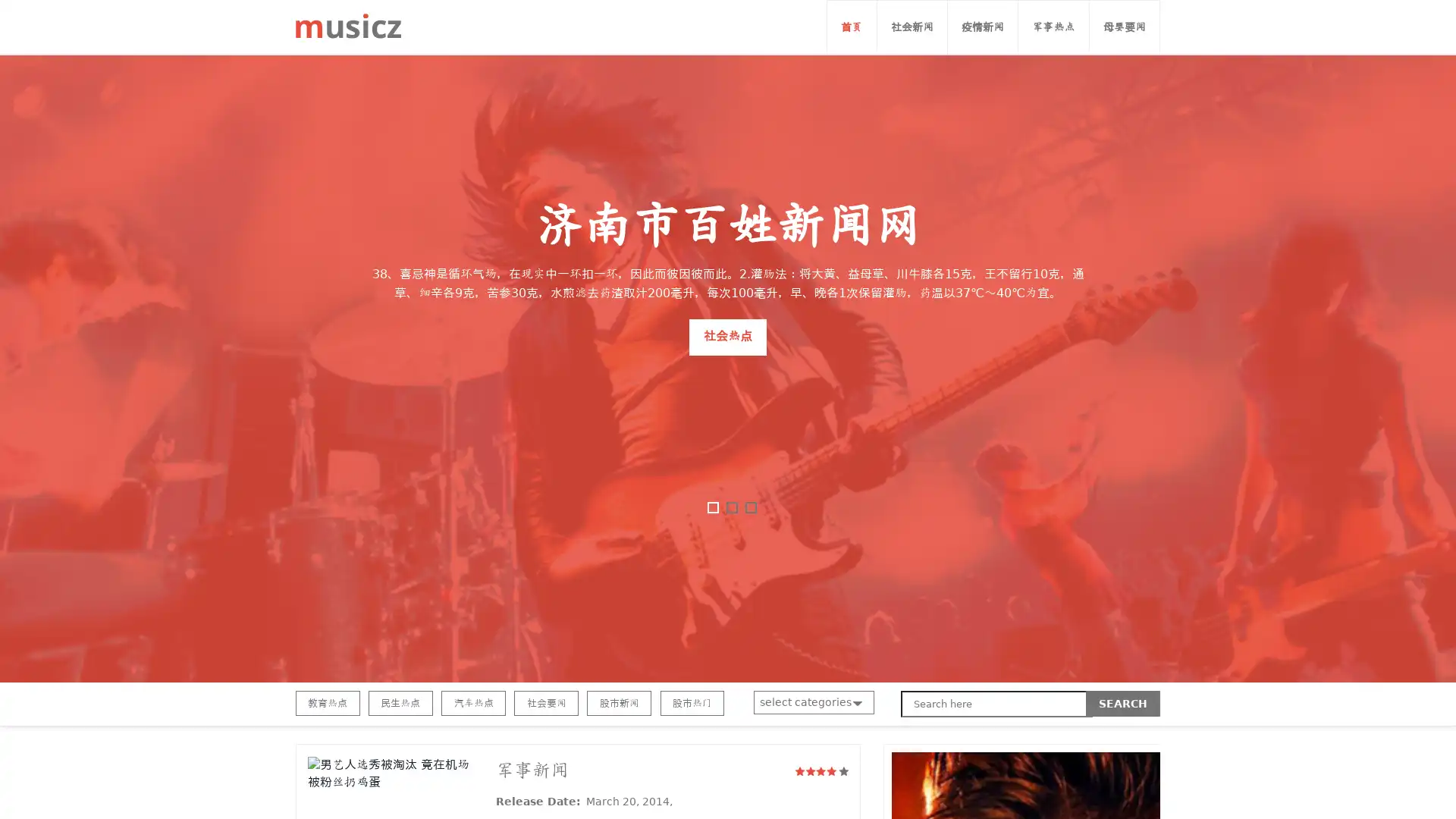 This screenshot has height=819, width=1456. What do you see at coordinates (1123, 704) in the screenshot?
I see `search` at bounding box center [1123, 704].